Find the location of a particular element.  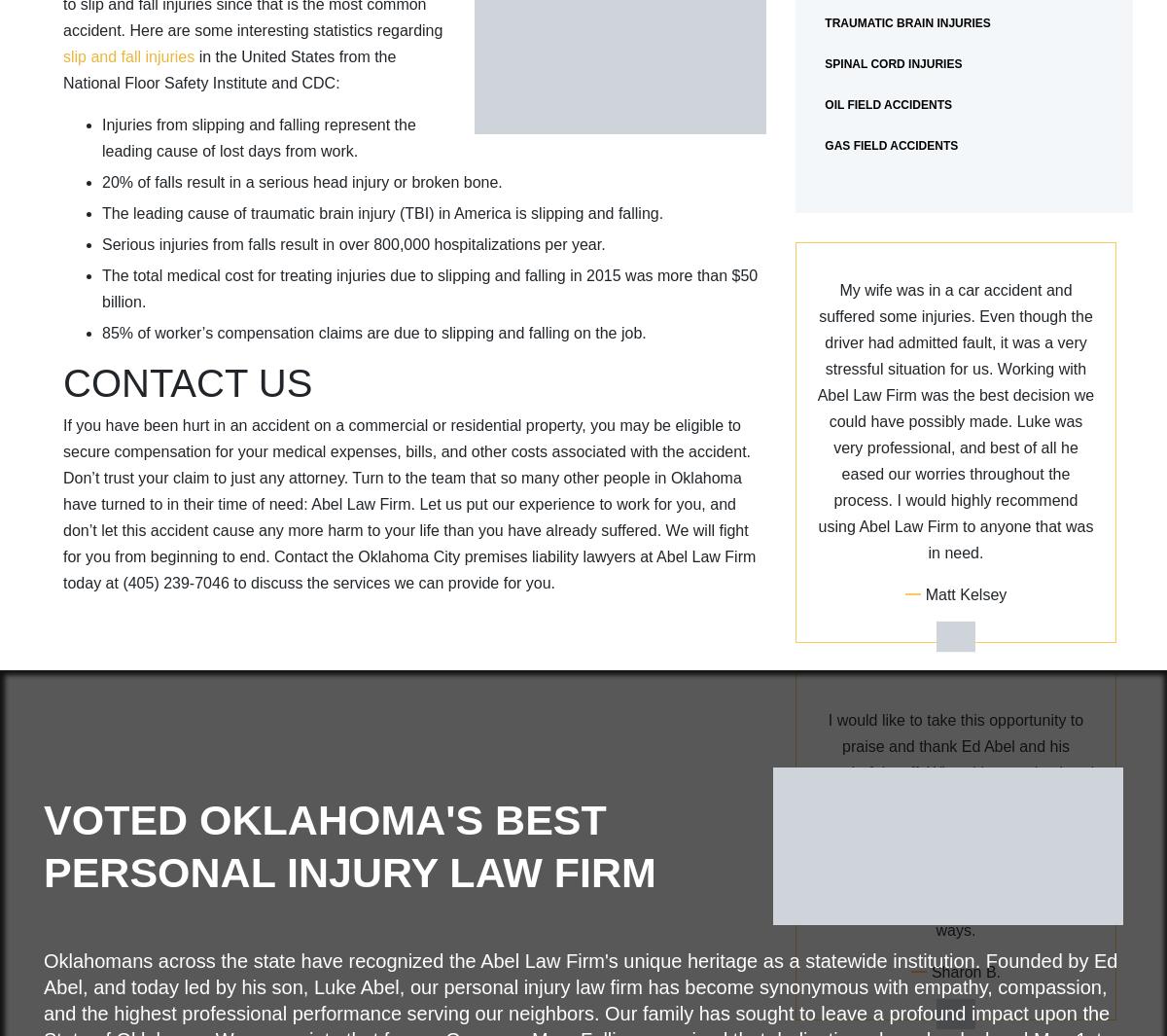

'Kasey Ball' is located at coordinates (966, 920).